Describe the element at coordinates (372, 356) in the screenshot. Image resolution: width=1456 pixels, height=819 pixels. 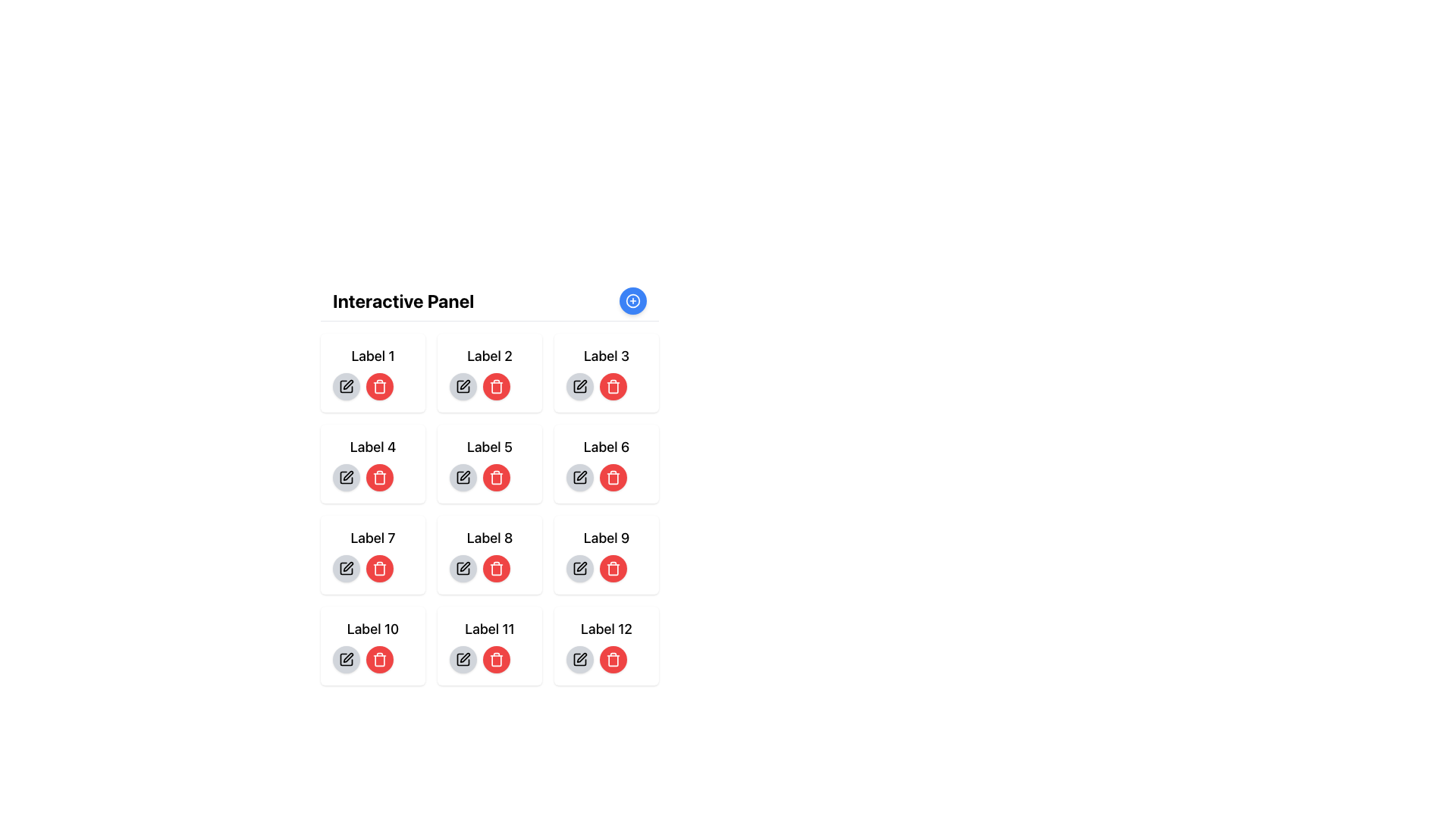
I see `the text label displaying 'Label 1'` at that location.